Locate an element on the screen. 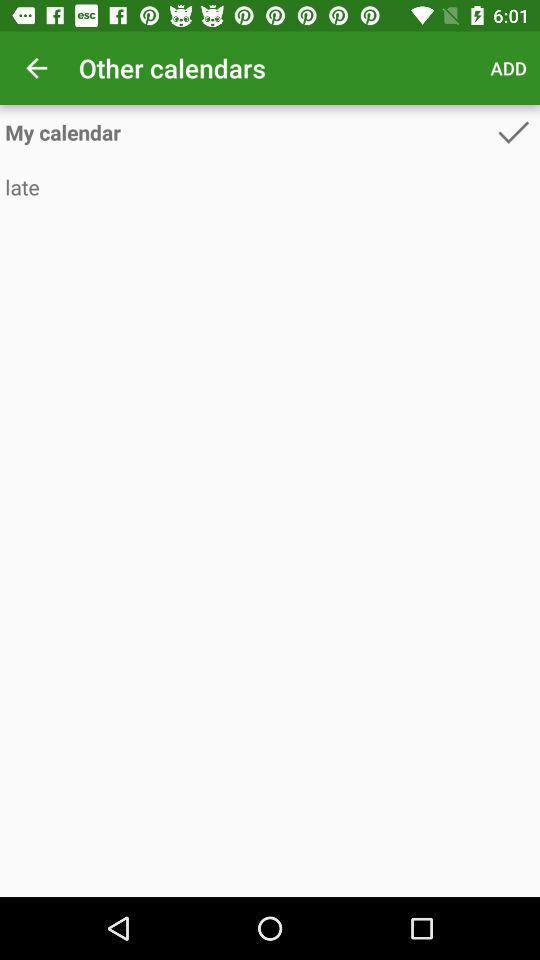  item to the right of the my calendar item is located at coordinates (513, 131).